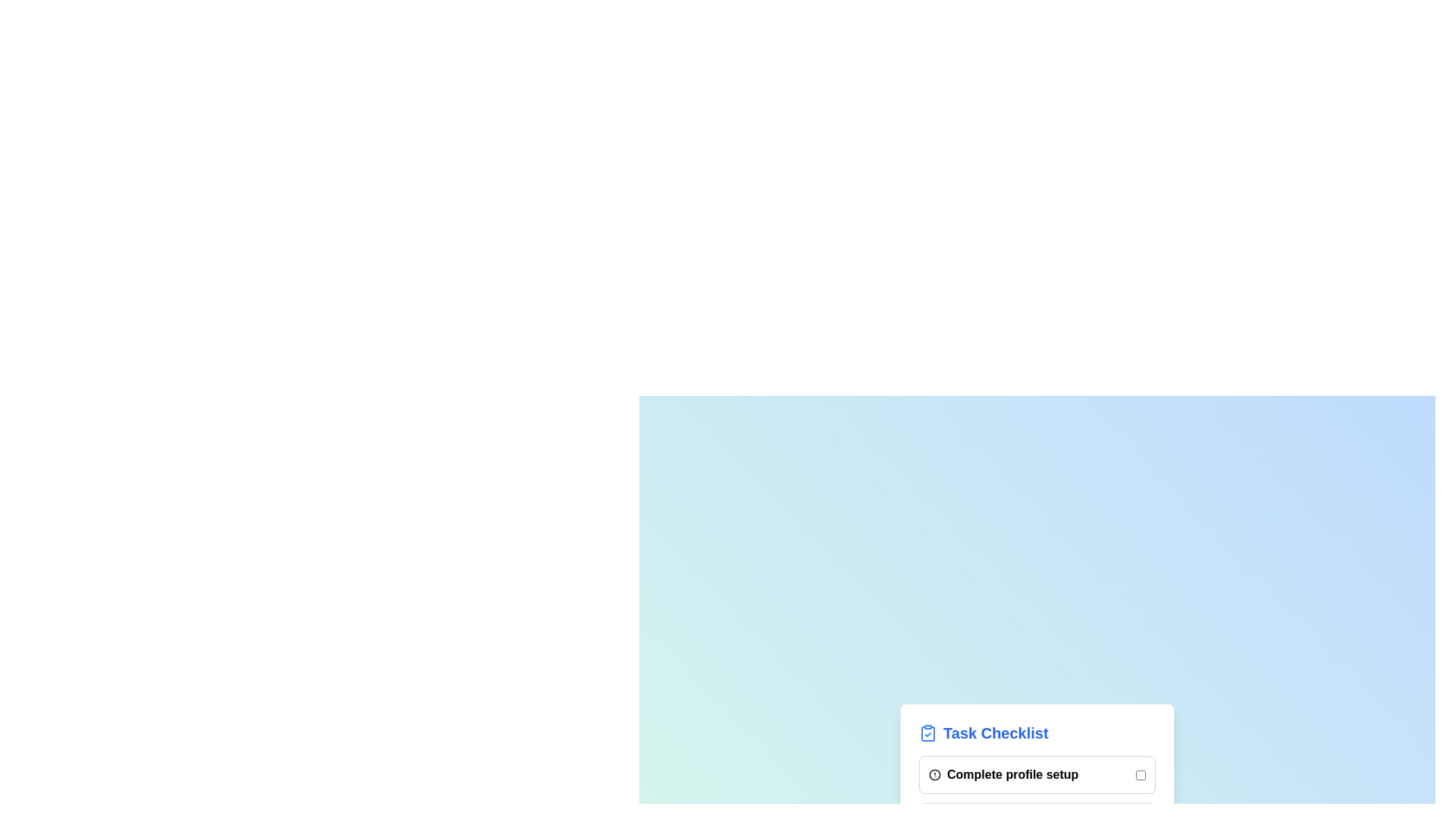  What do you see at coordinates (1003, 775) in the screenshot?
I see `text of the label that prompts users to complete their profile setup, which is located near the center-right of the highlighted task box in a checklist interface, left of a checkbox and preceded by an alert icon` at bounding box center [1003, 775].